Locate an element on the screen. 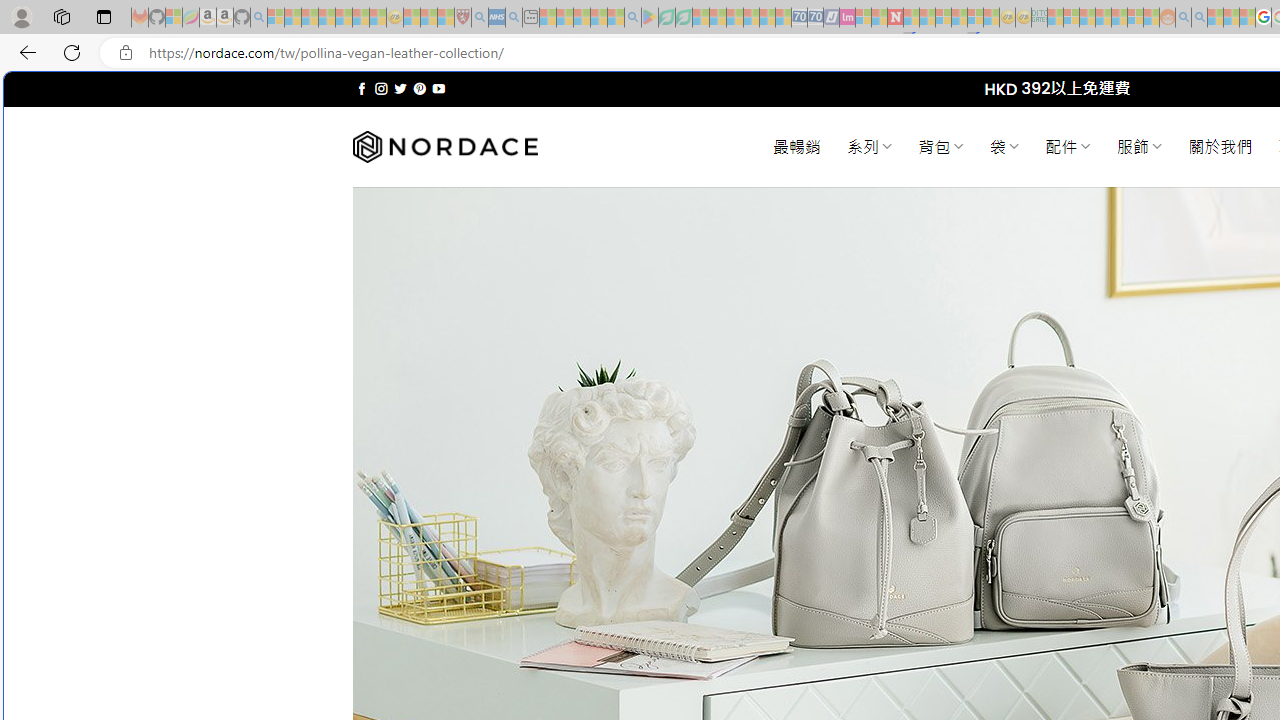 This screenshot has width=1280, height=720. 'Cheap Hotels - Save70.com - Sleeping' is located at coordinates (815, 17).